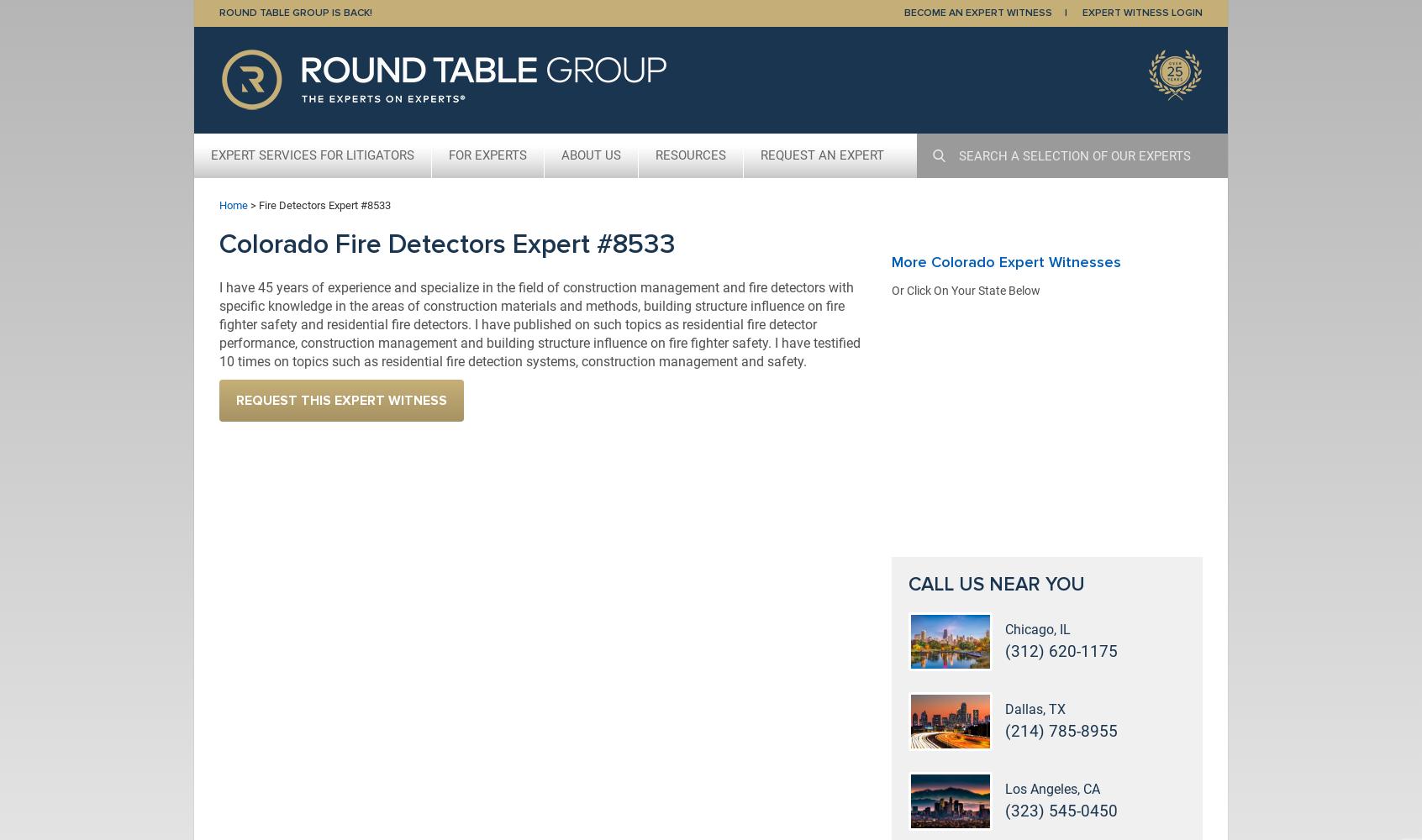 This screenshot has width=1422, height=840. What do you see at coordinates (1005, 261) in the screenshot?
I see `'More Colorado Expert Witnesses'` at bounding box center [1005, 261].